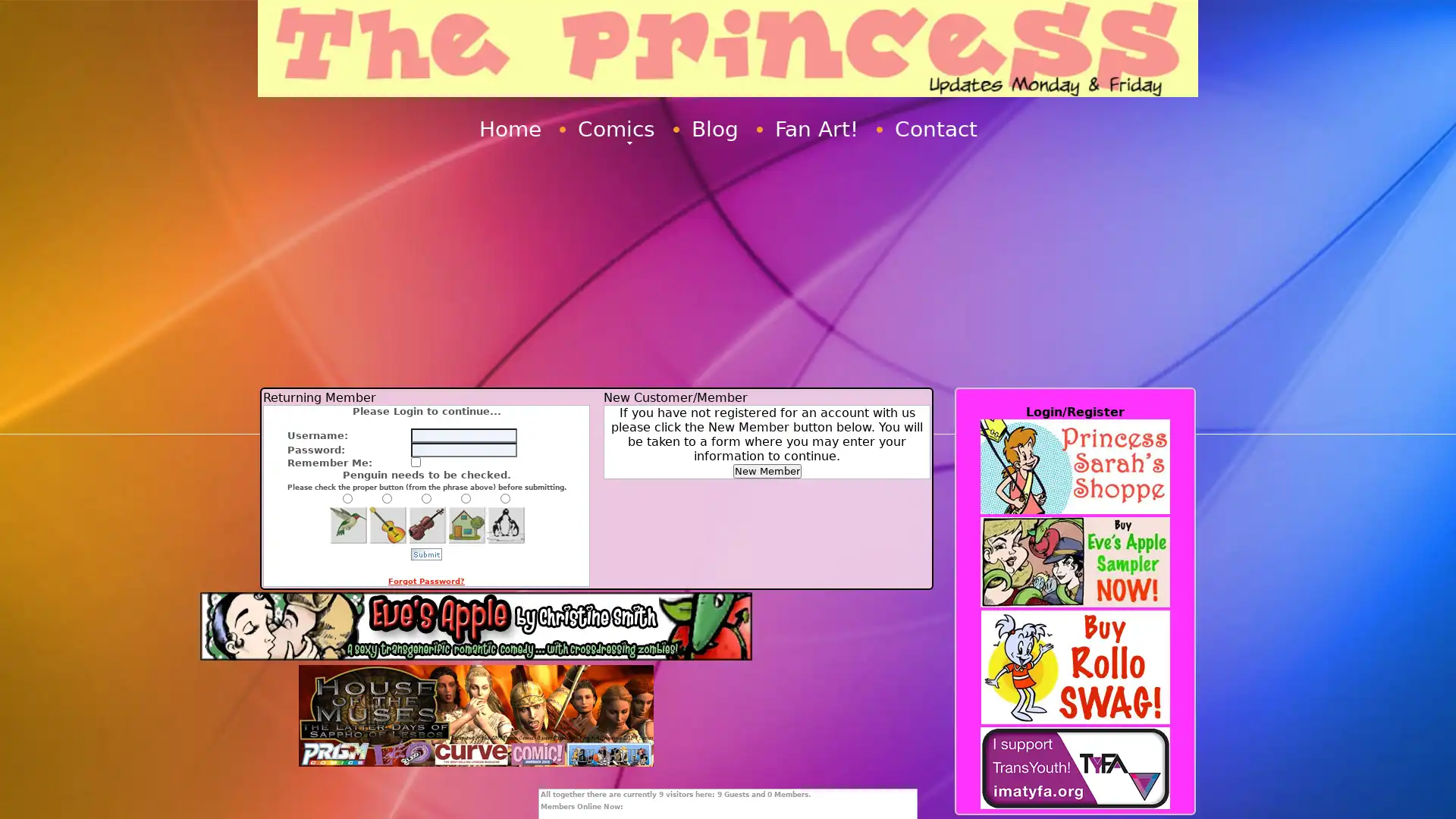  I want to click on New Member, so click(767, 469).